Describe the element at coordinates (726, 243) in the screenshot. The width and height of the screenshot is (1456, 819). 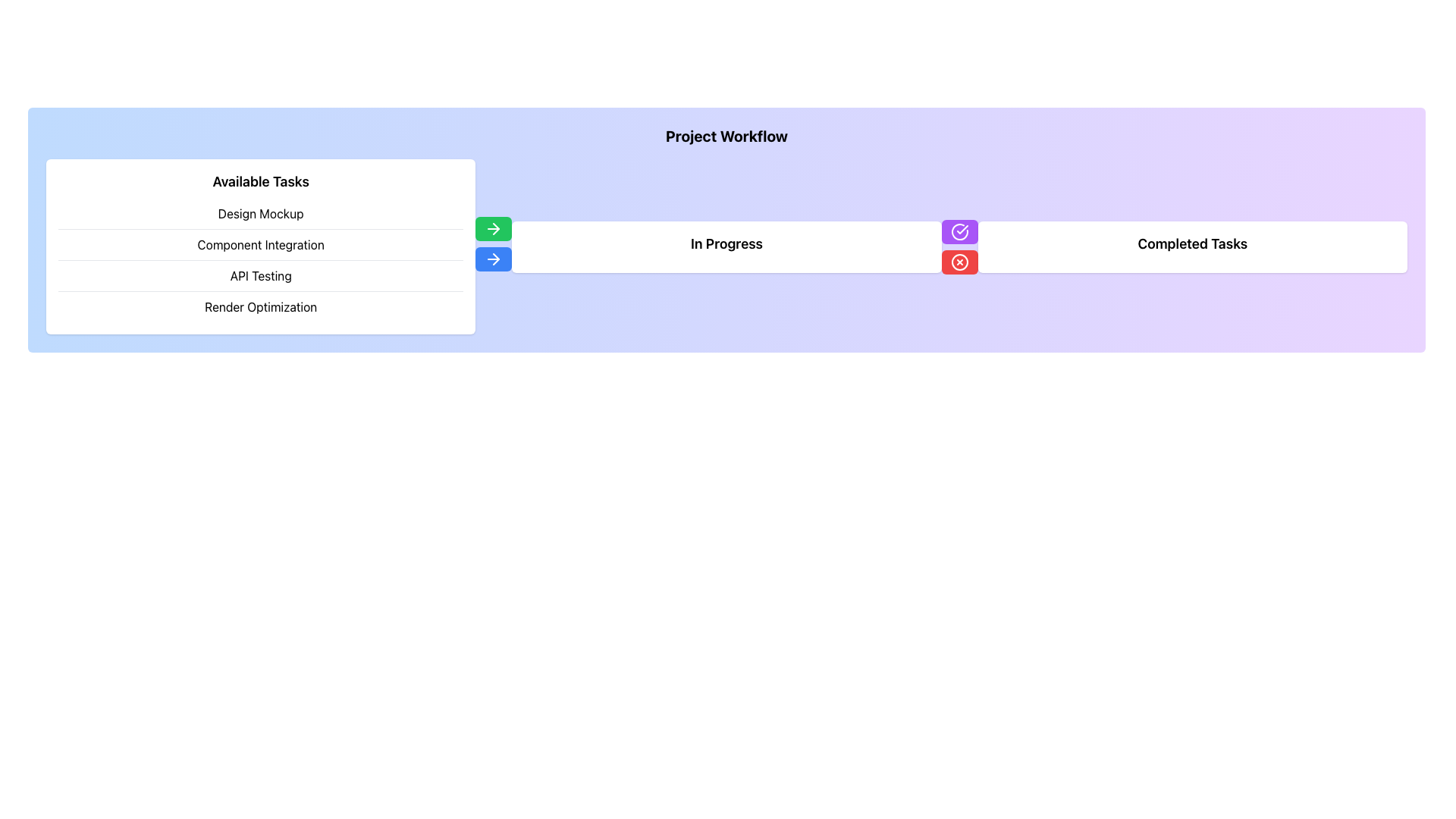
I see `the 'In Progress' label which displays bold black text in a larger sans-serif font, centered within a white rectangular background` at that location.